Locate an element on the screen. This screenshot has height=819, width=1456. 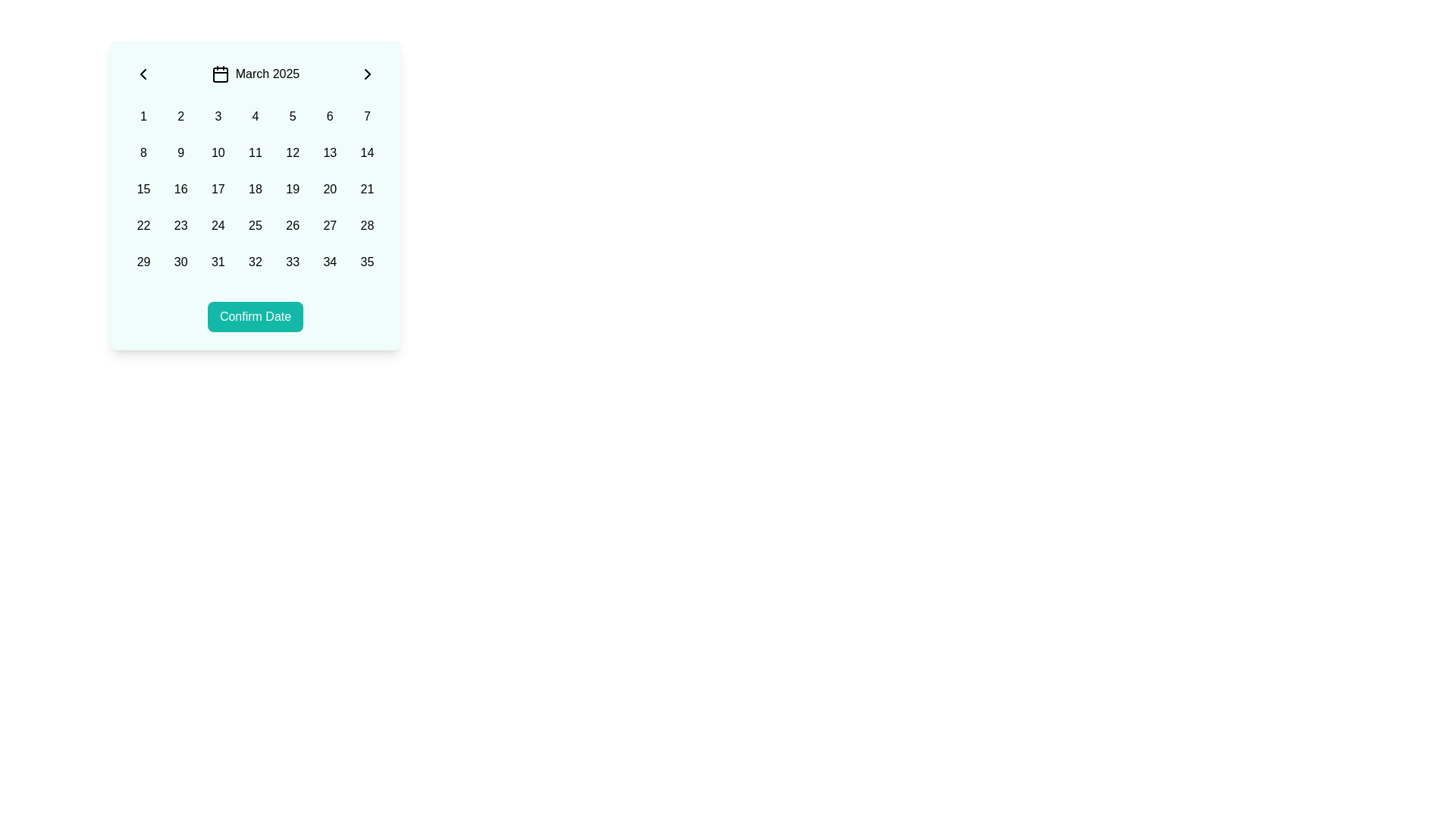
the rounded button displaying the text '2', which is located in the first row of a grid layout within a modal interface is located at coordinates (180, 116).